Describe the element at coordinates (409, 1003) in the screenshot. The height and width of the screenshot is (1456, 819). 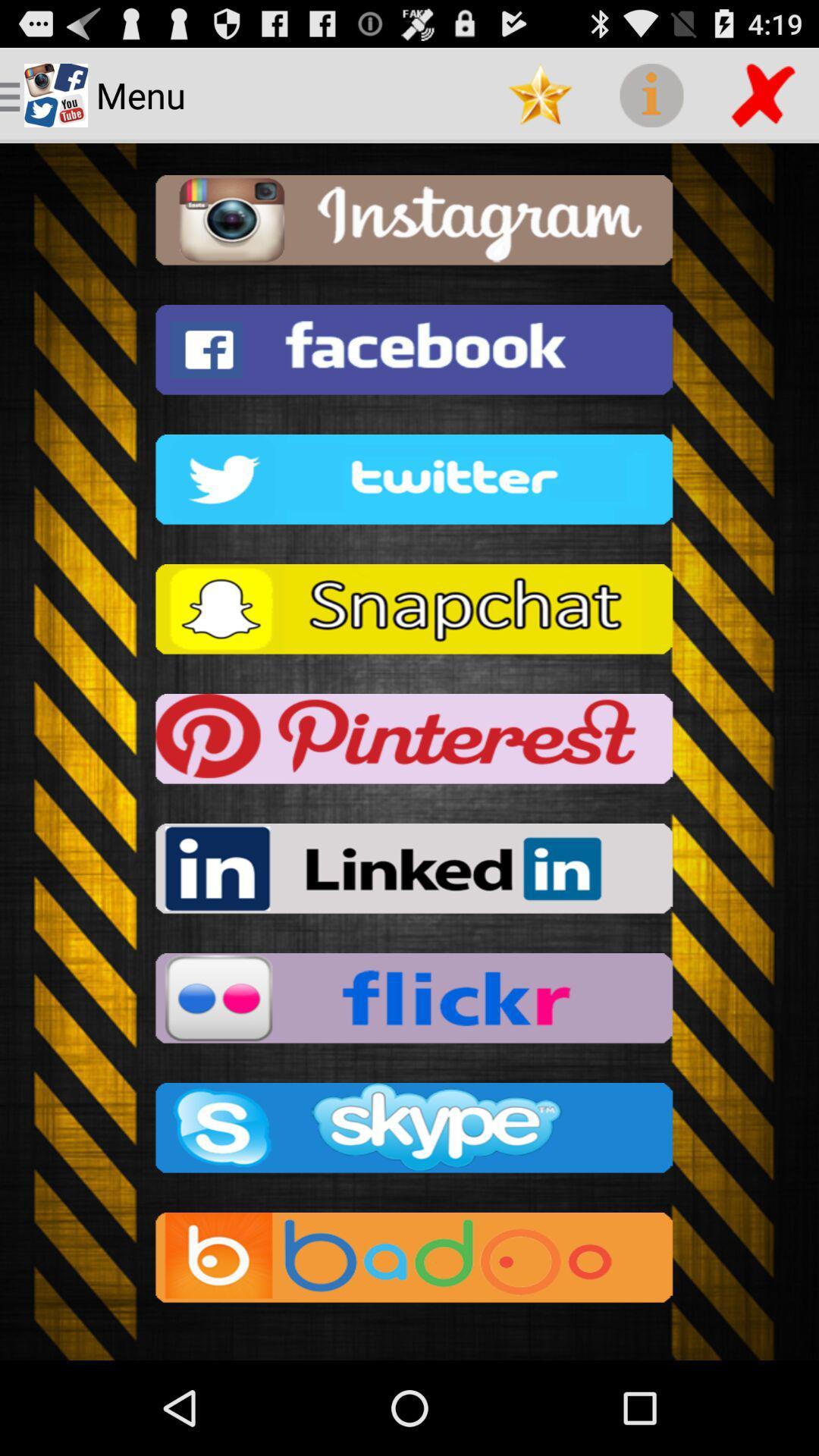
I see `flickr` at that location.